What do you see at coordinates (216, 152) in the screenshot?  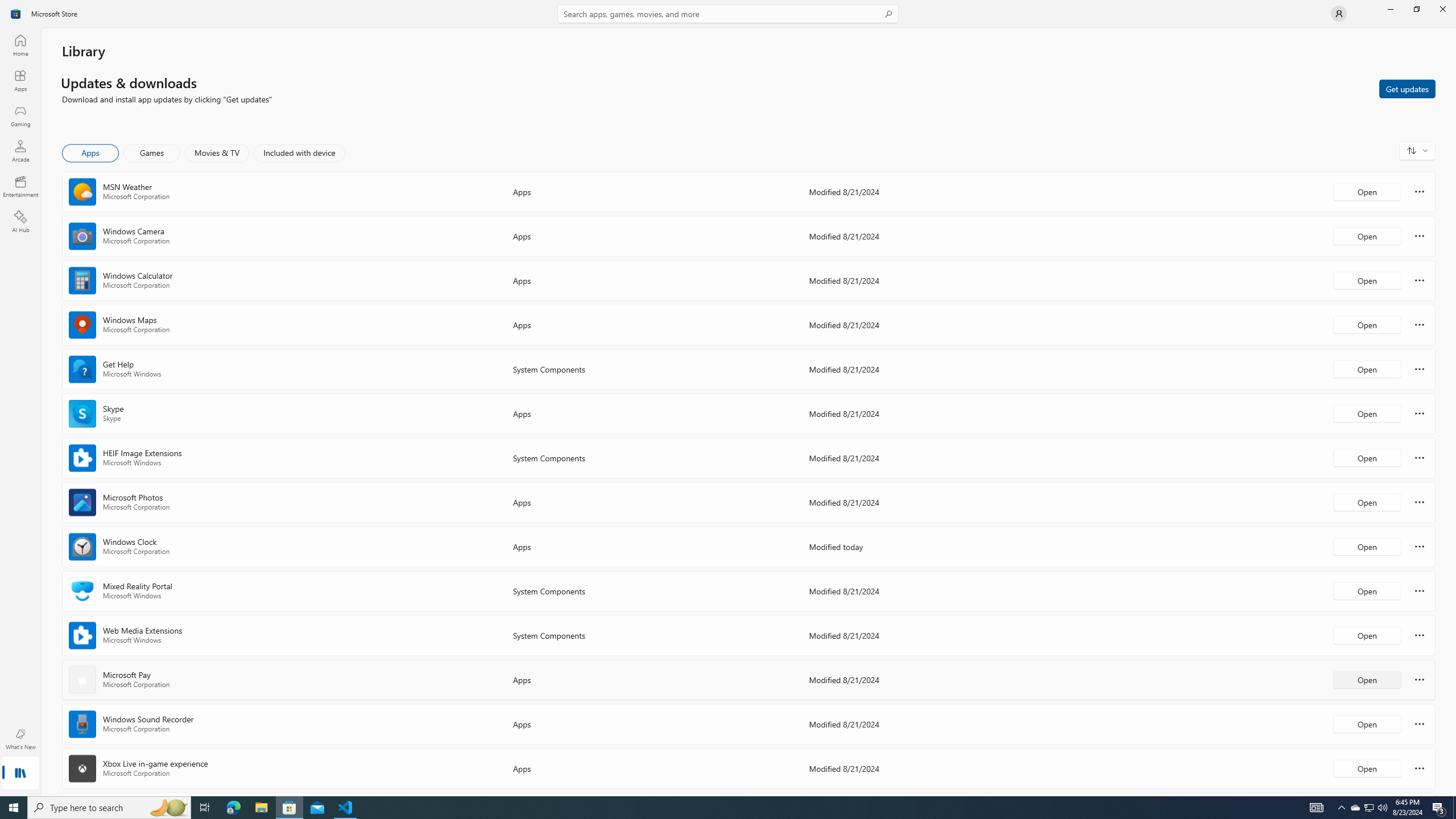 I see `'Movies & TV'` at bounding box center [216, 152].